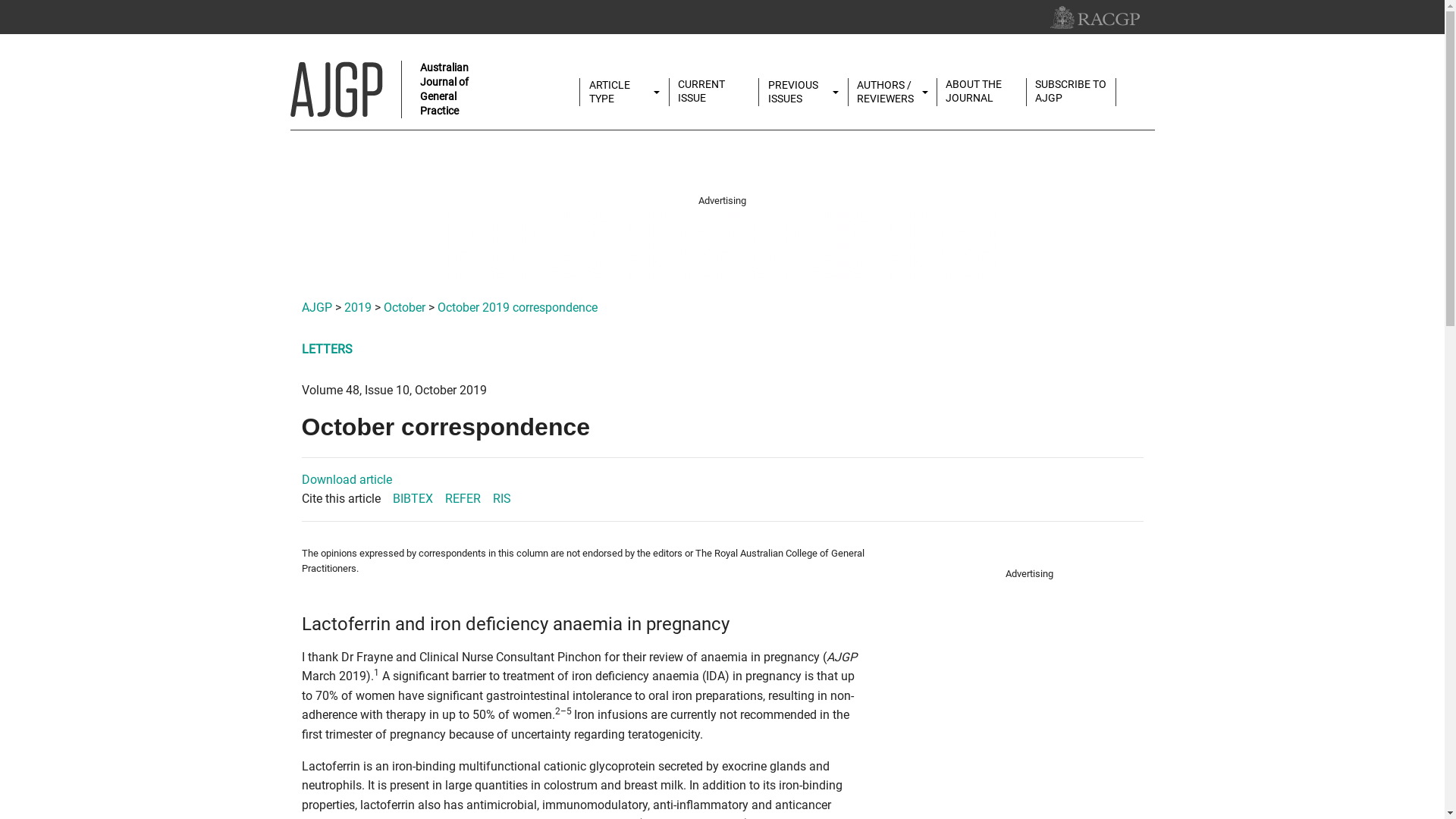 The image size is (1456, 819). I want to click on 'SUBSCRIBE TO AJGP', so click(1070, 91).